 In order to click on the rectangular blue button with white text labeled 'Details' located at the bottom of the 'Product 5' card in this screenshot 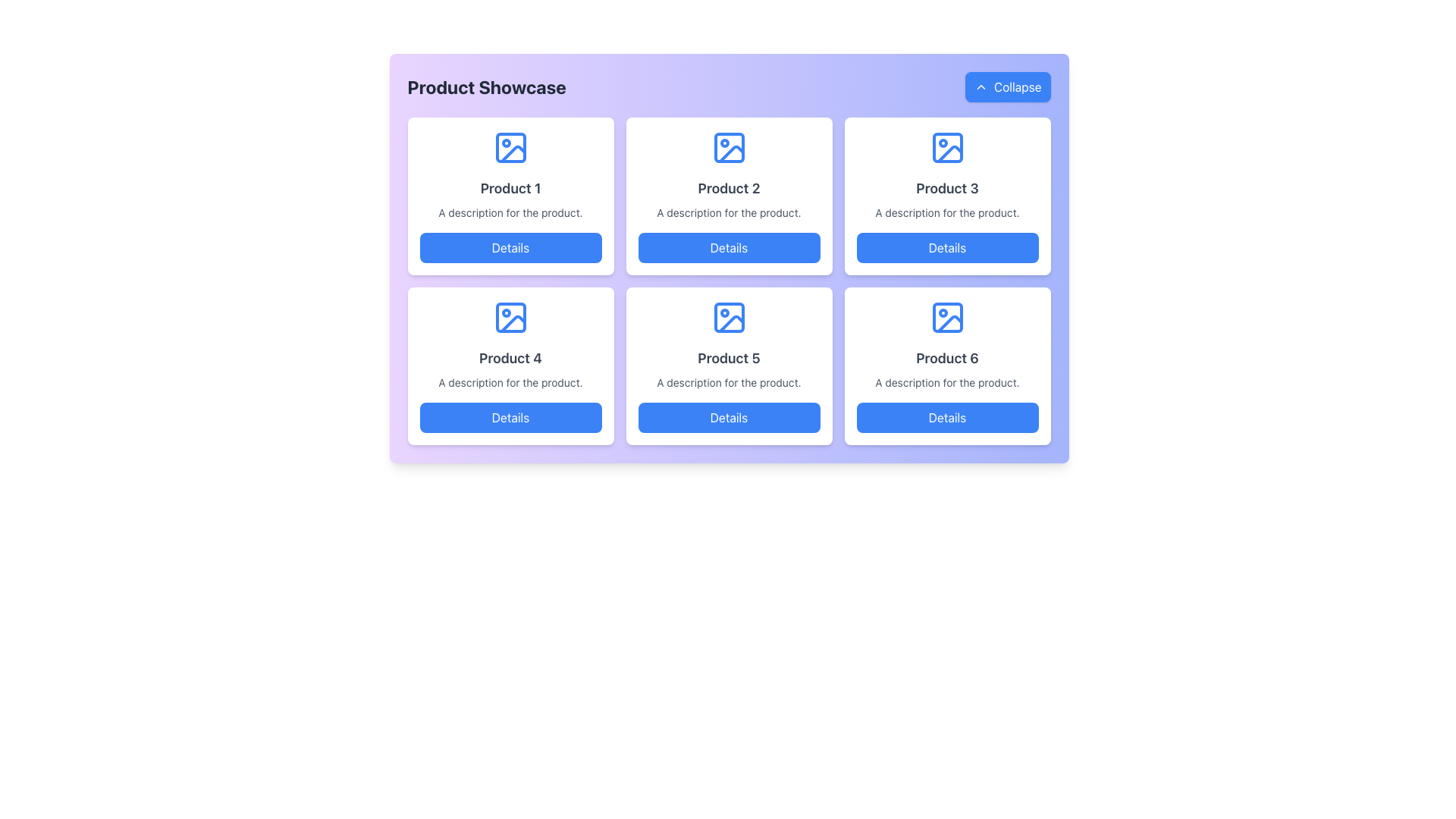, I will do `click(729, 418)`.